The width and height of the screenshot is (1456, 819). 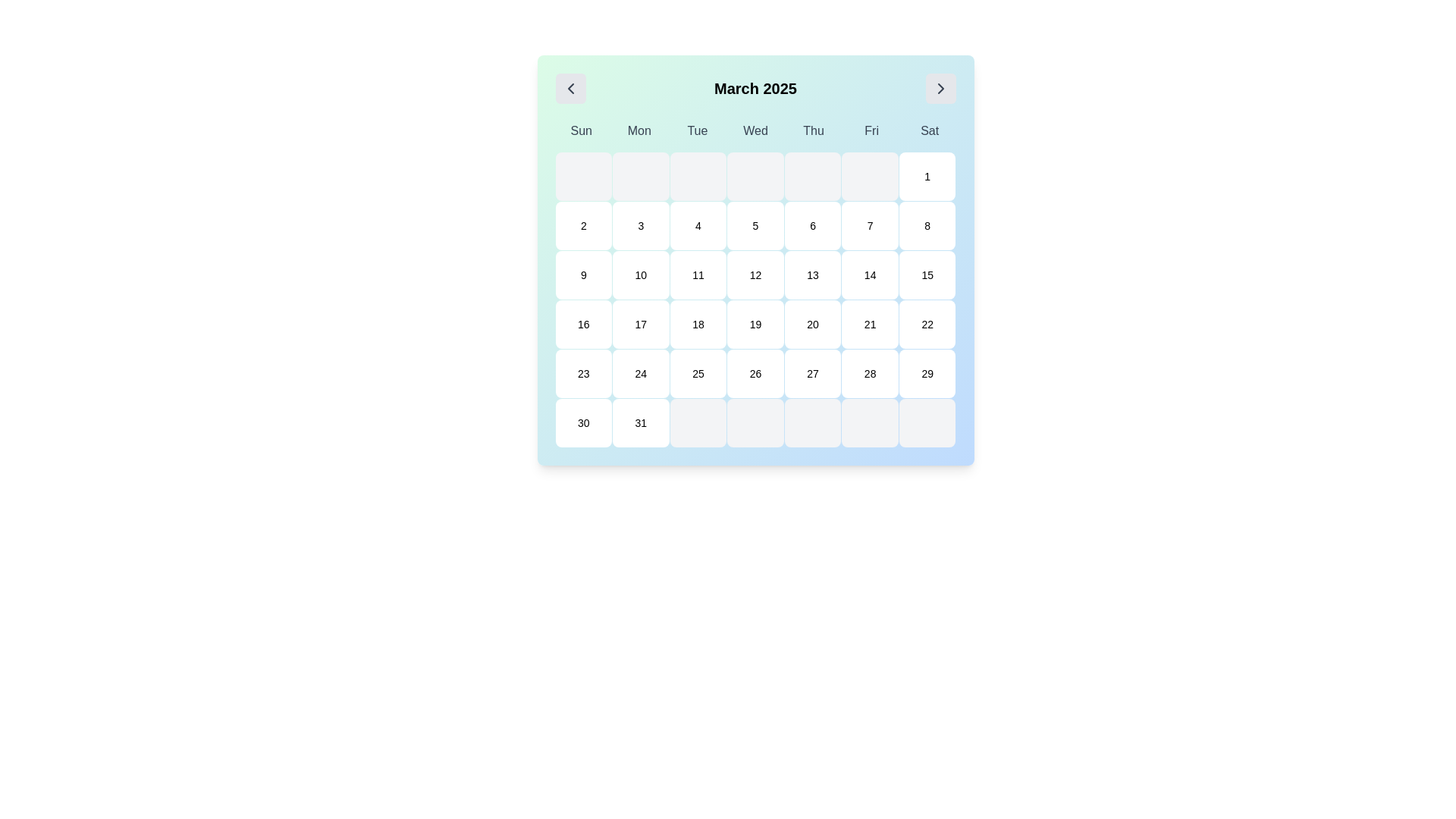 I want to click on the button representing the first day of the week (Saturday) in the calendar, so click(x=927, y=175).